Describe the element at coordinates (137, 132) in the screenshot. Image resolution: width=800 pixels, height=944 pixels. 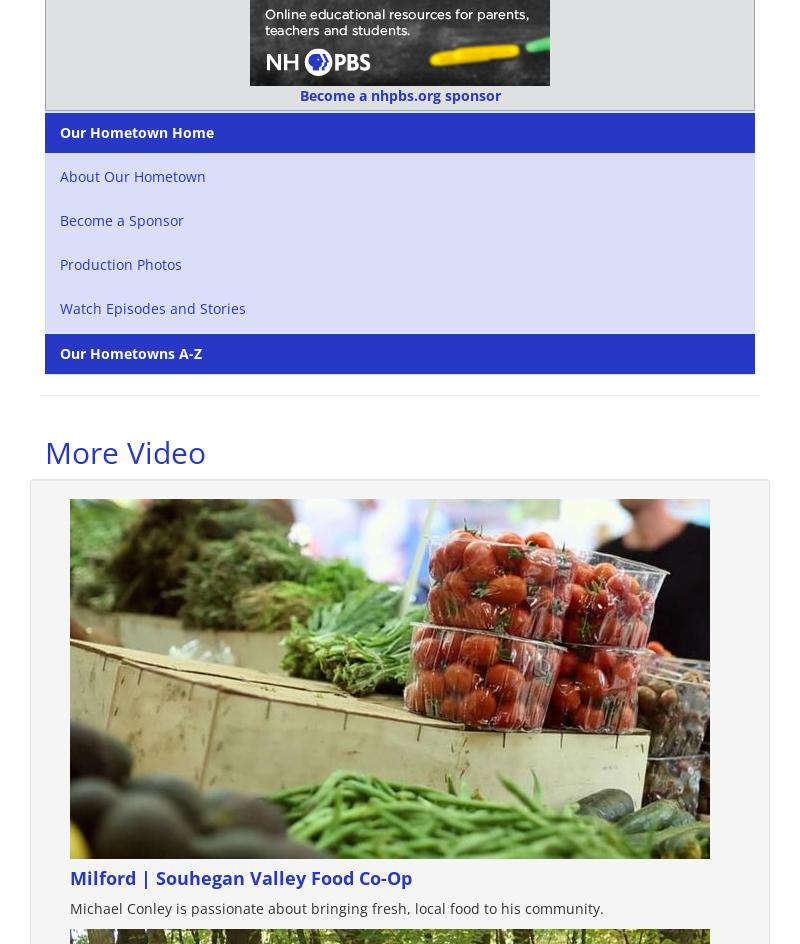
I see `'Our Hometown Home'` at that location.